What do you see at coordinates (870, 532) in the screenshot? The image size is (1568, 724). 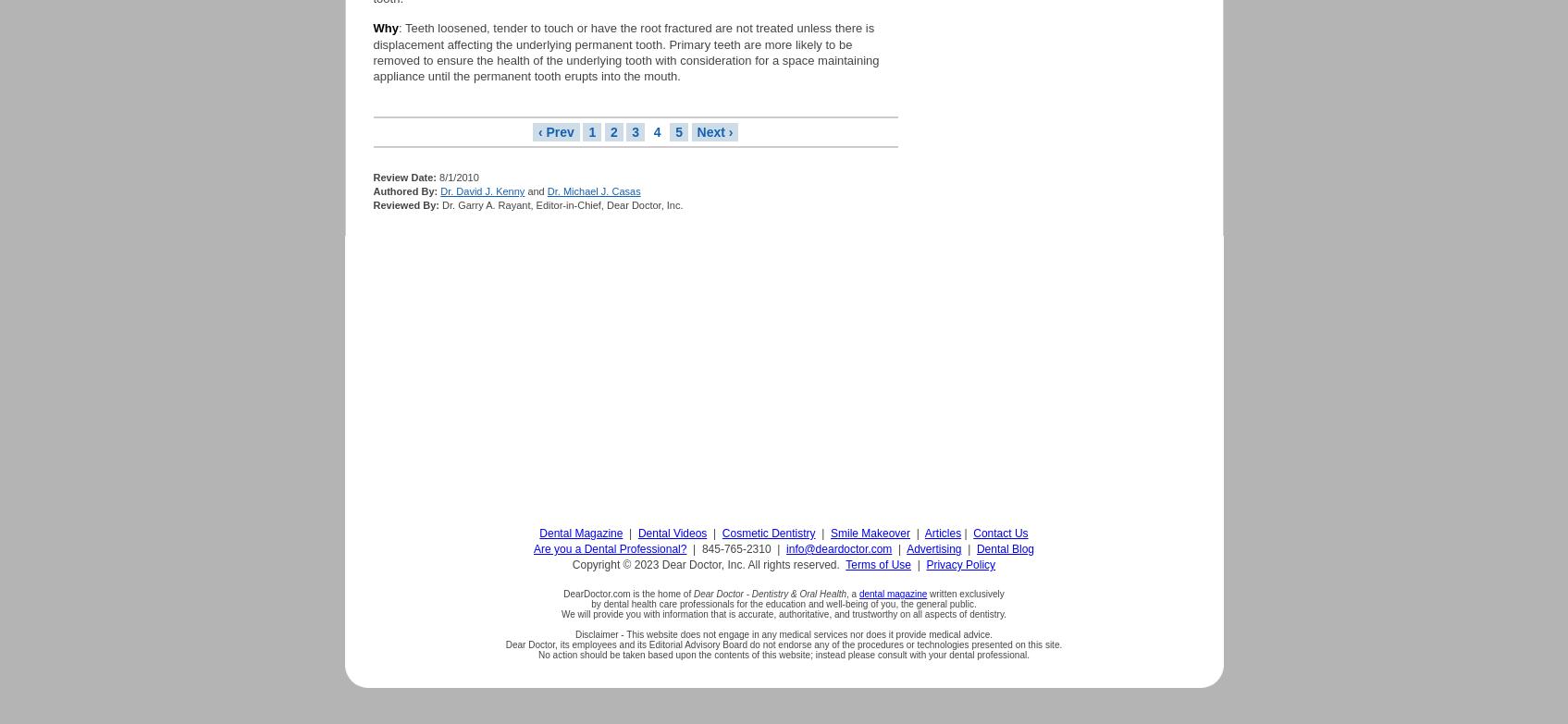 I see `'Smile Makeover'` at bounding box center [870, 532].